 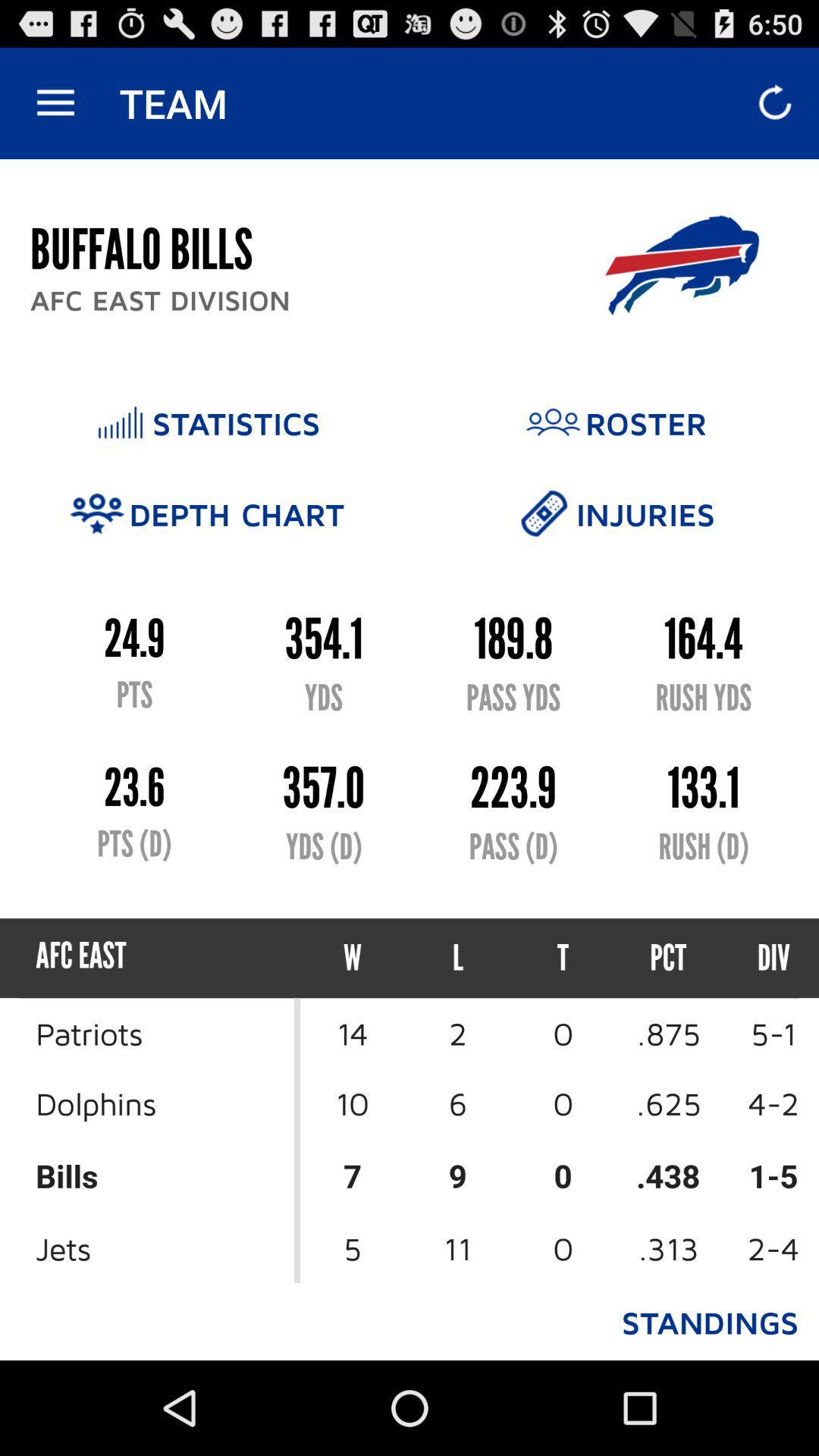 I want to click on the item above the buffalo bills item, so click(x=55, y=102).